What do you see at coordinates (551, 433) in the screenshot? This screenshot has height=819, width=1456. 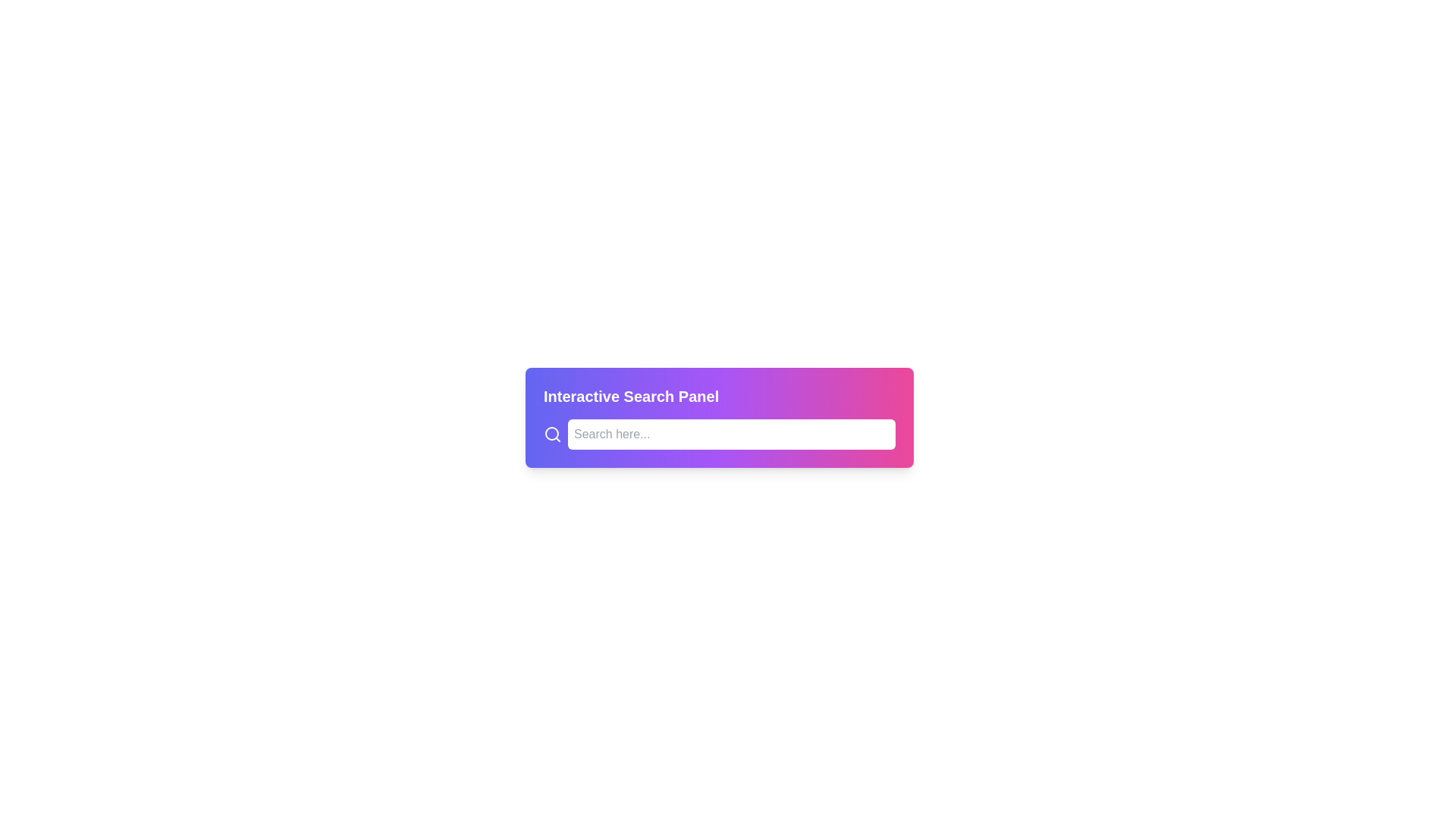 I see `the circular graphical component of the magnifying glass icon` at bounding box center [551, 433].